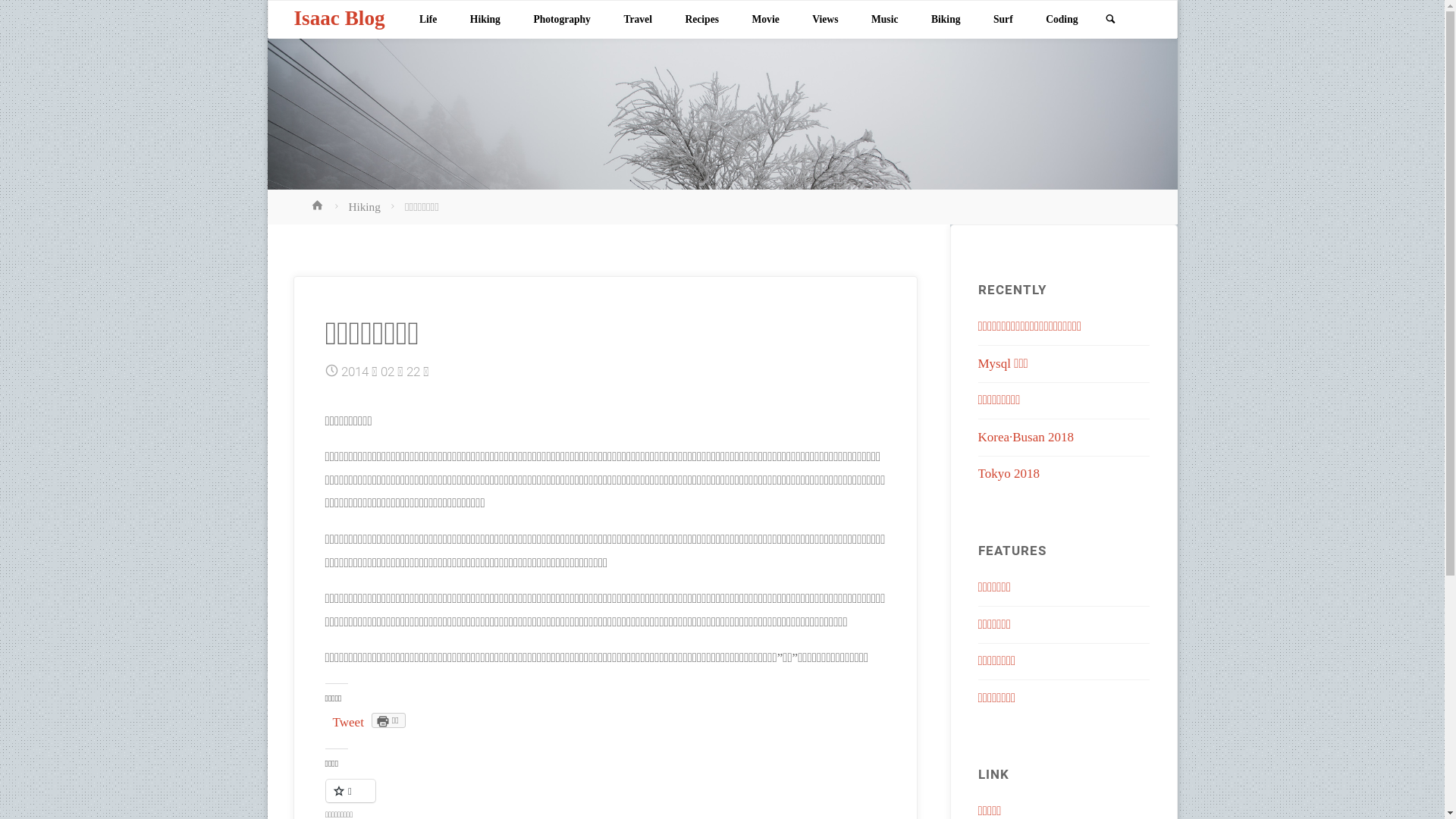 This screenshot has width=1456, height=819. What do you see at coordinates (701, 20) in the screenshot?
I see `'Recipes'` at bounding box center [701, 20].